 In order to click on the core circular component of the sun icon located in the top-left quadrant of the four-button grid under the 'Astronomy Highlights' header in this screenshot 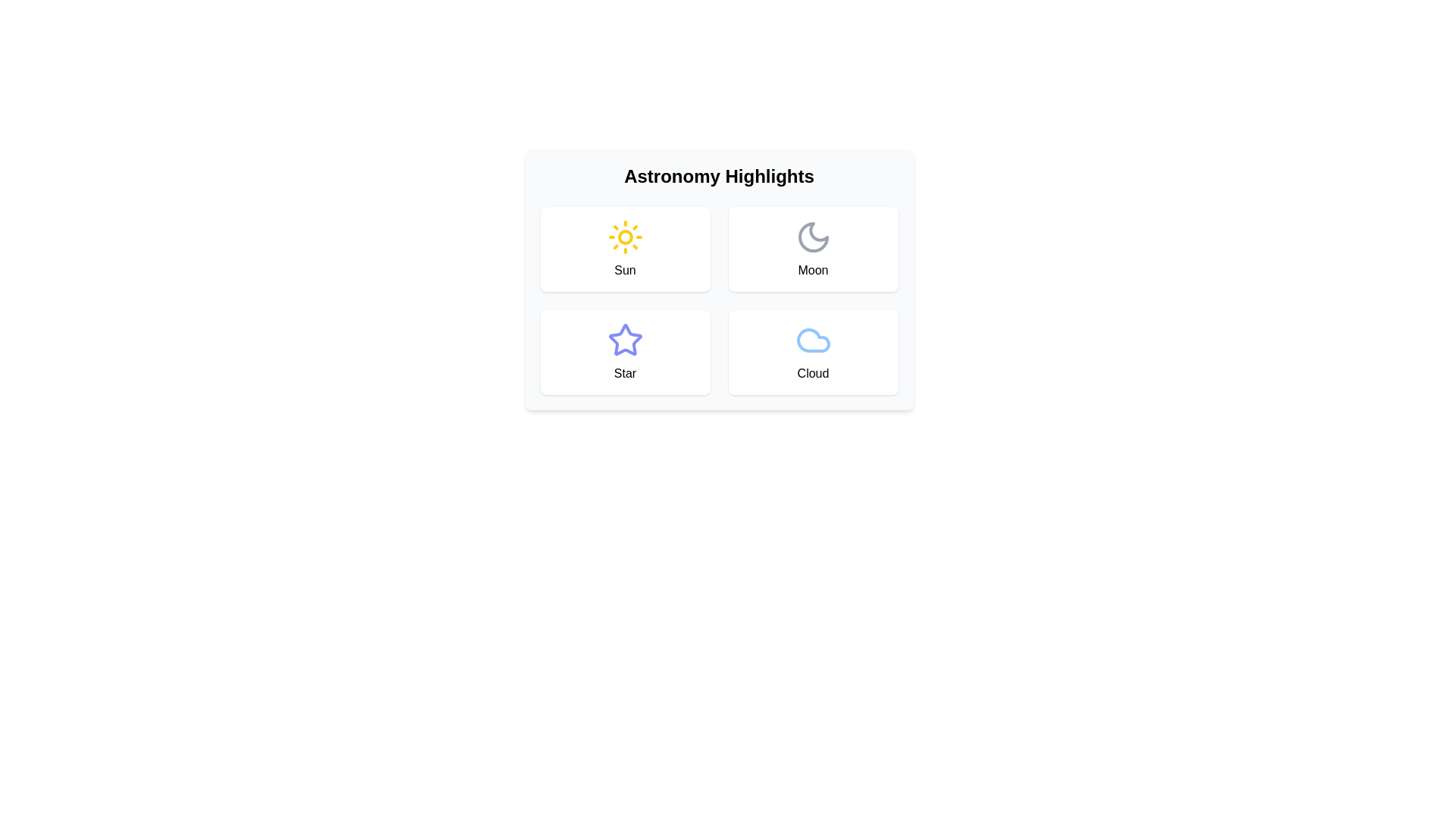, I will do `click(625, 237)`.